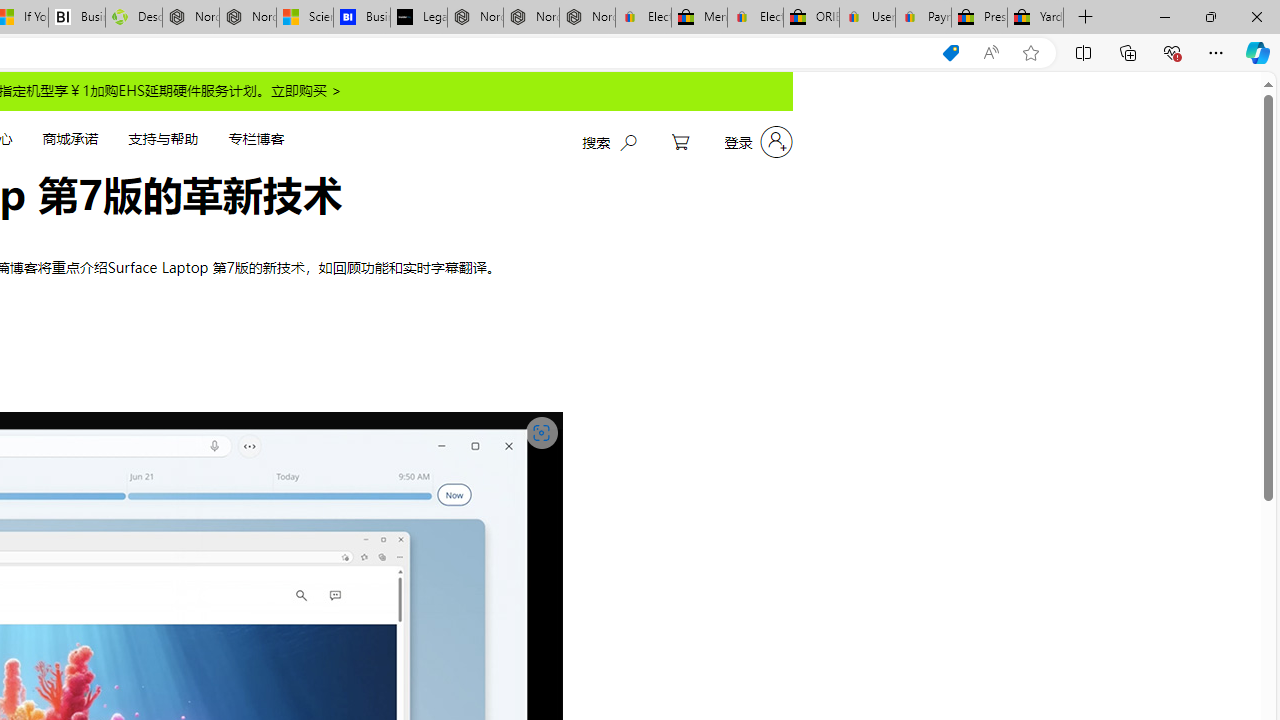  I want to click on 'Press Room - eBay Inc.', so click(979, 17).